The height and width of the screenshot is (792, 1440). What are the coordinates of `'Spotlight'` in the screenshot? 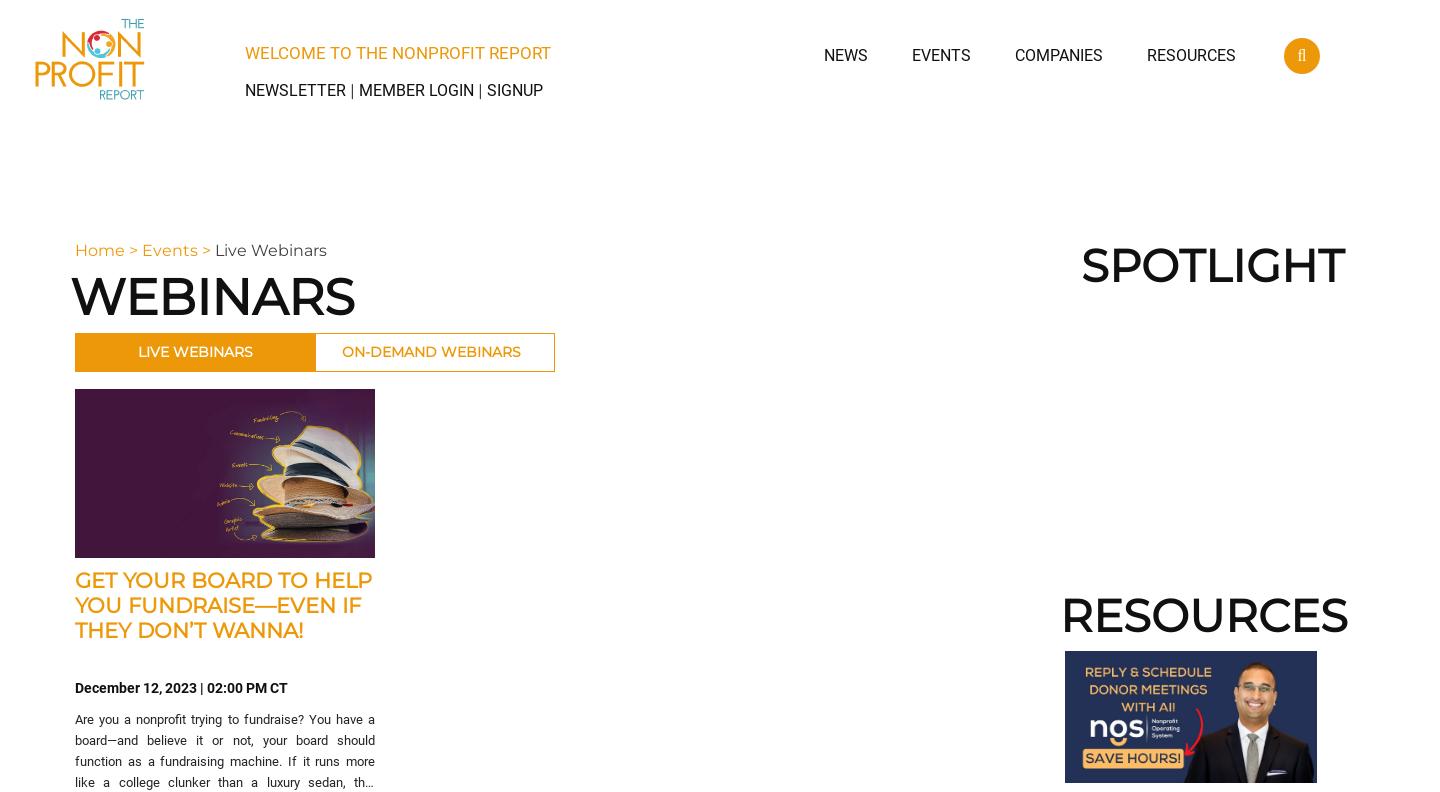 It's located at (1211, 265).